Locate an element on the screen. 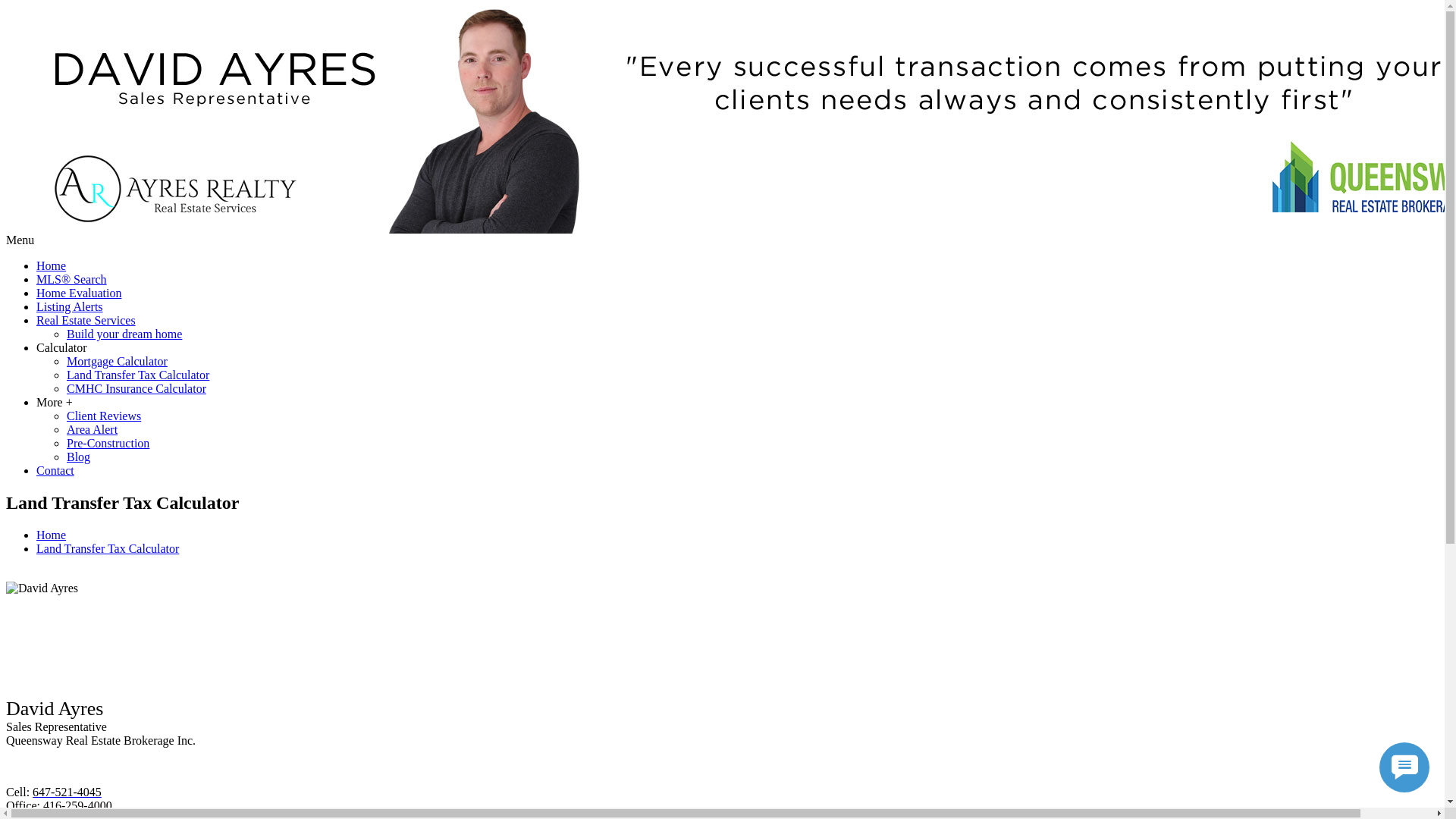 The height and width of the screenshot is (819, 1456). 'Contact' is located at coordinates (55, 469).